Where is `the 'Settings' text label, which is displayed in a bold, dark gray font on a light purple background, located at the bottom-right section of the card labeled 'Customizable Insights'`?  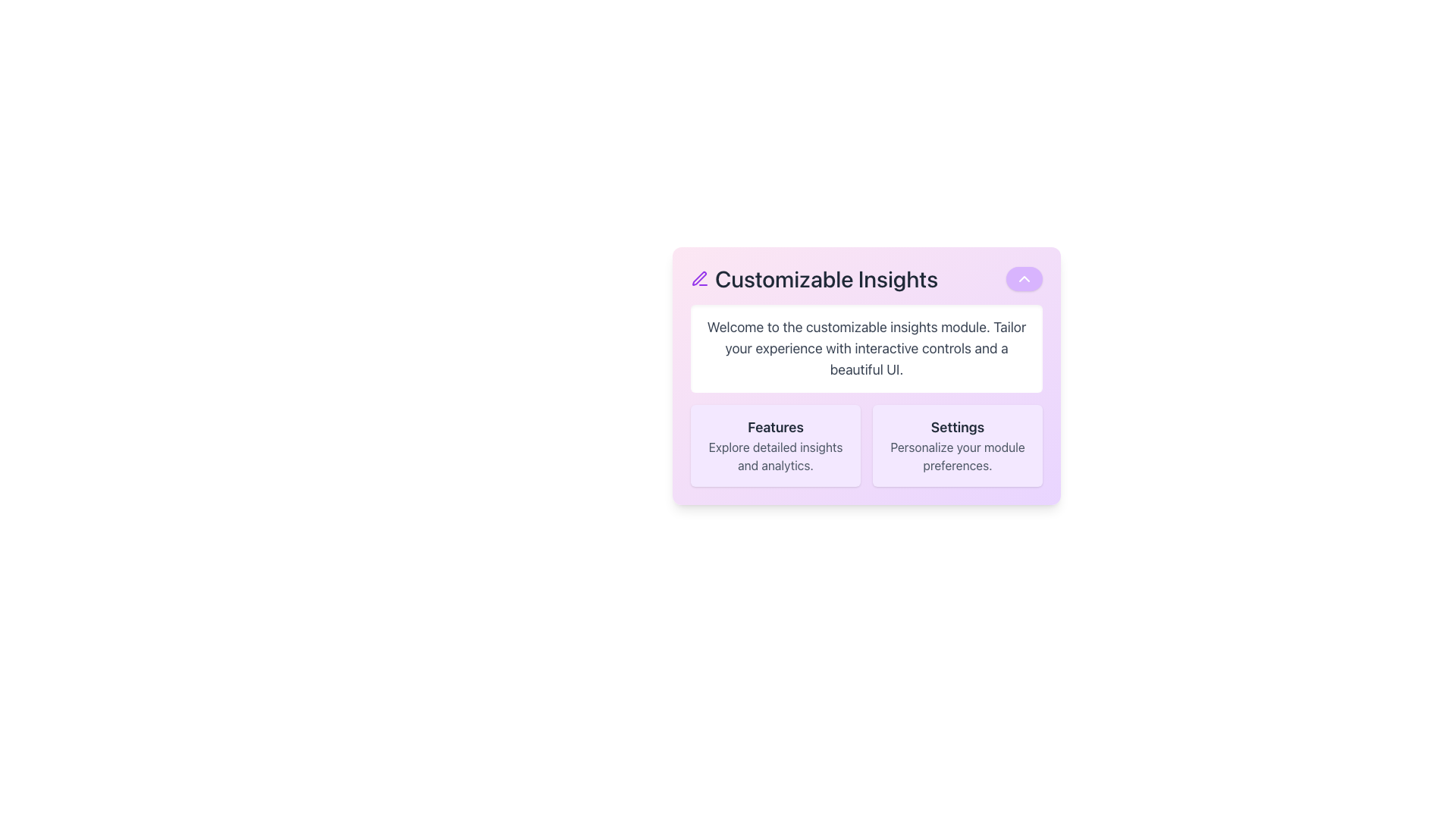 the 'Settings' text label, which is displayed in a bold, dark gray font on a light purple background, located at the bottom-right section of the card labeled 'Customizable Insights' is located at coordinates (956, 427).